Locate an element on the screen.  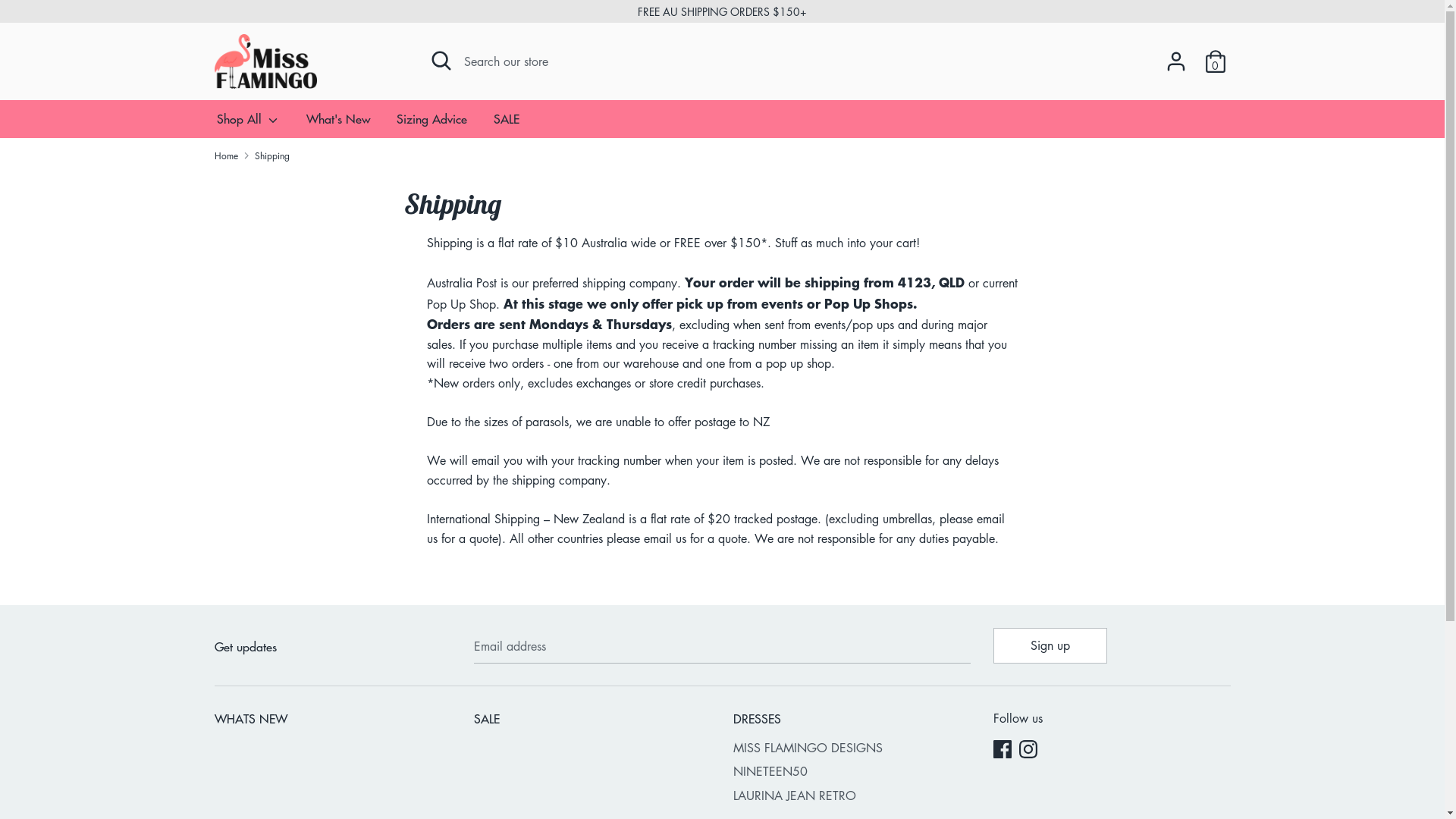
'Home' is located at coordinates (224, 155).